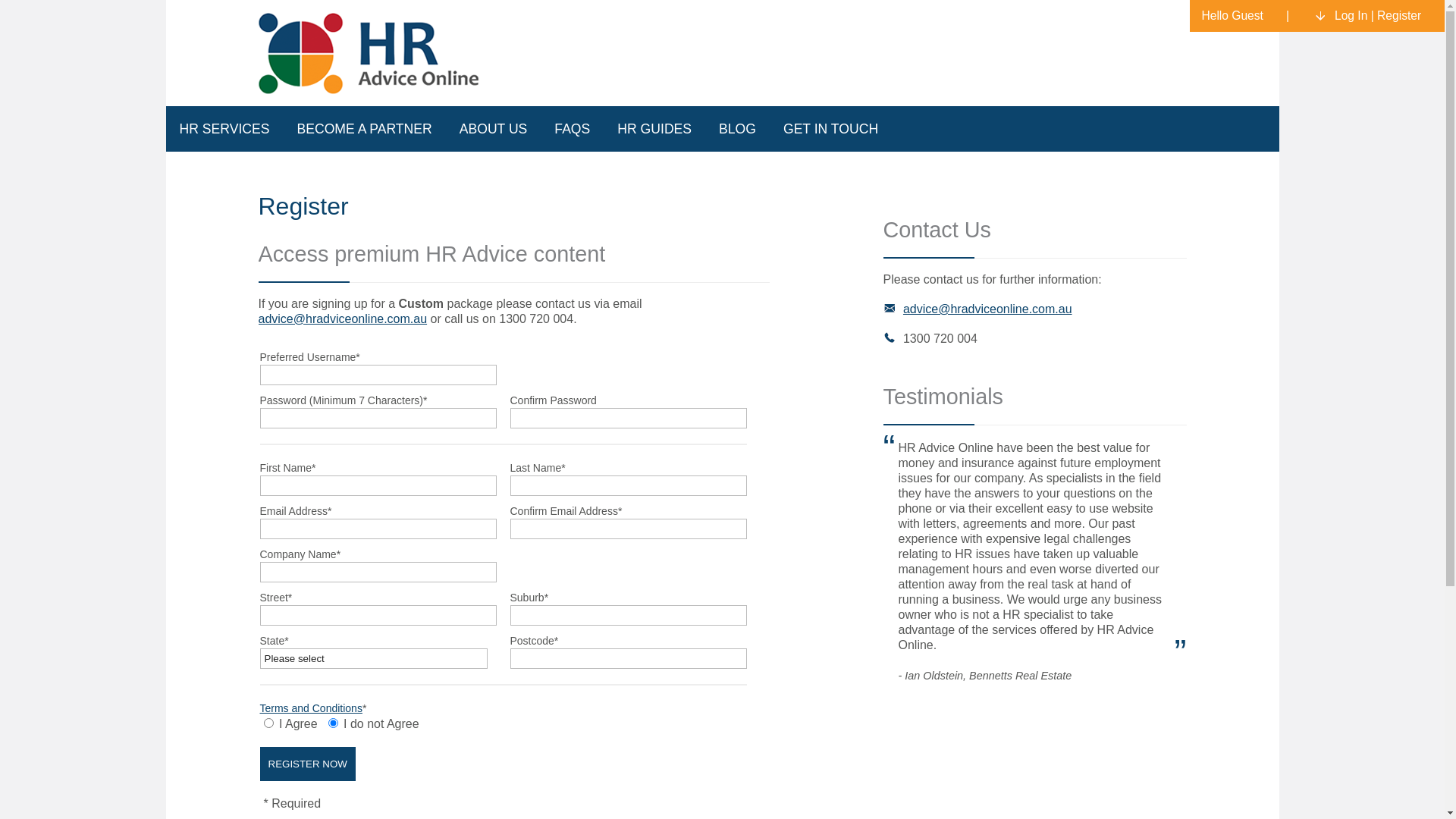 This screenshot has width=1456, height=819. I want to click on 'Terms and Conditions', so click(309, 708).